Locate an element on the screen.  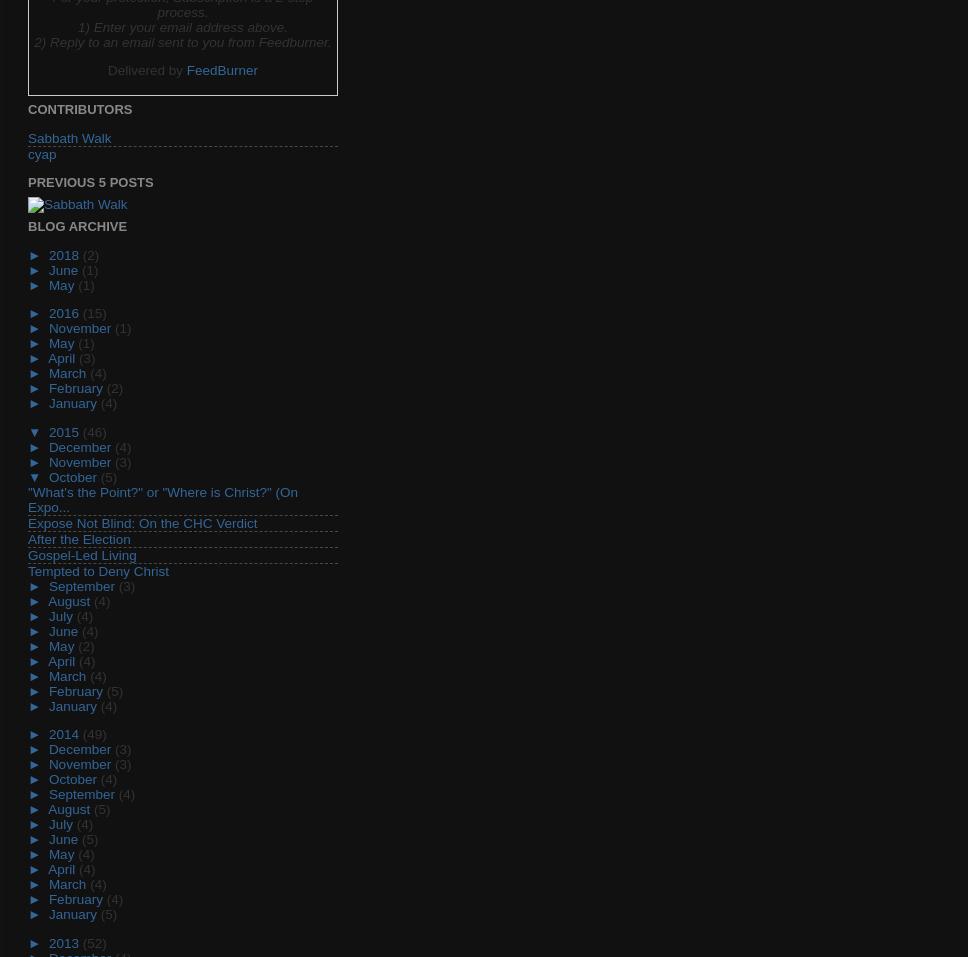
'1) Enter your email address above.' is located at coordinates (75, 25).